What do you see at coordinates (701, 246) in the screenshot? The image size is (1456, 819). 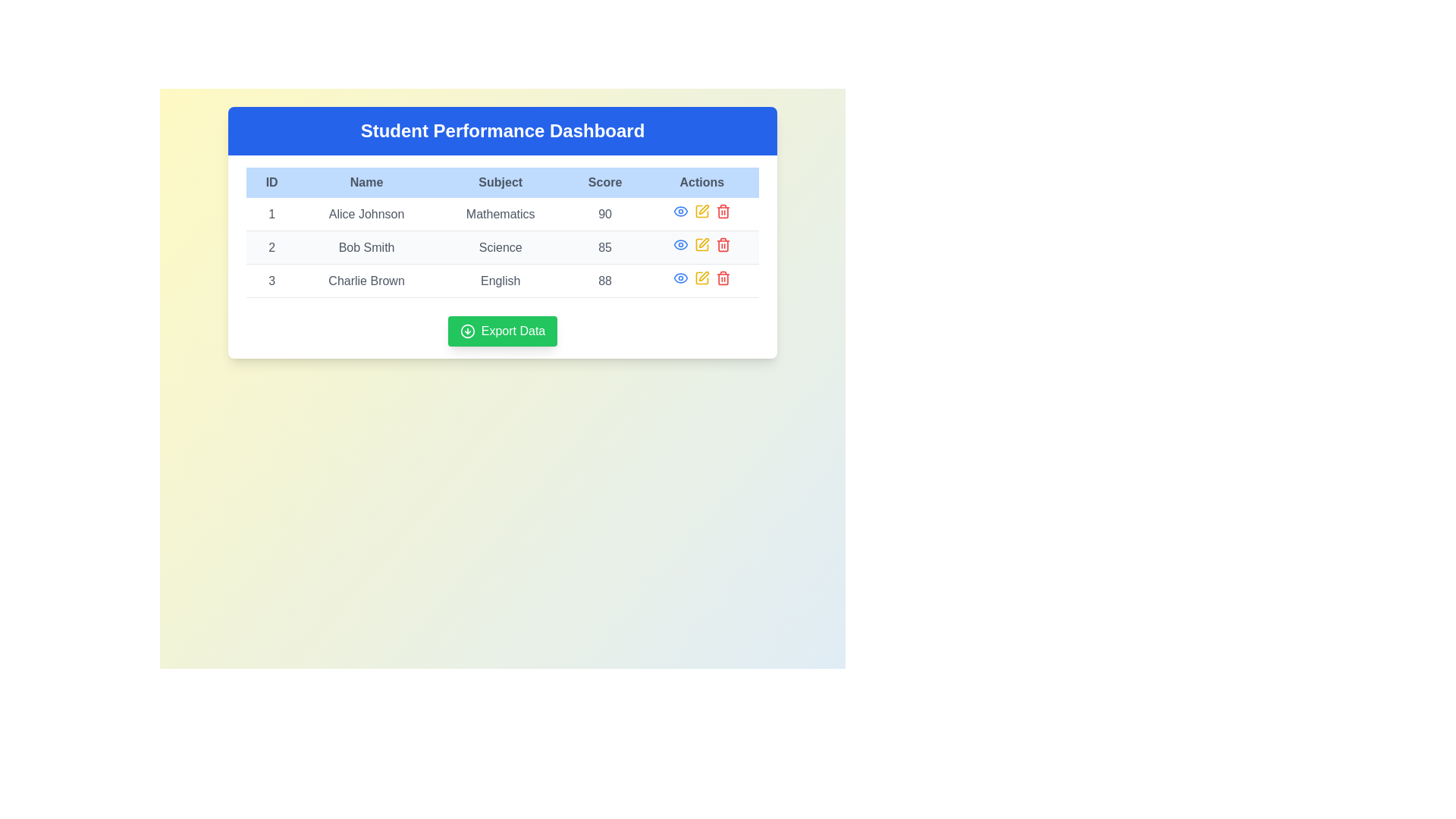 I see `the Icon Button in the 'Actions' column for 'Bob Smith'` at bounding box center [701, 246].